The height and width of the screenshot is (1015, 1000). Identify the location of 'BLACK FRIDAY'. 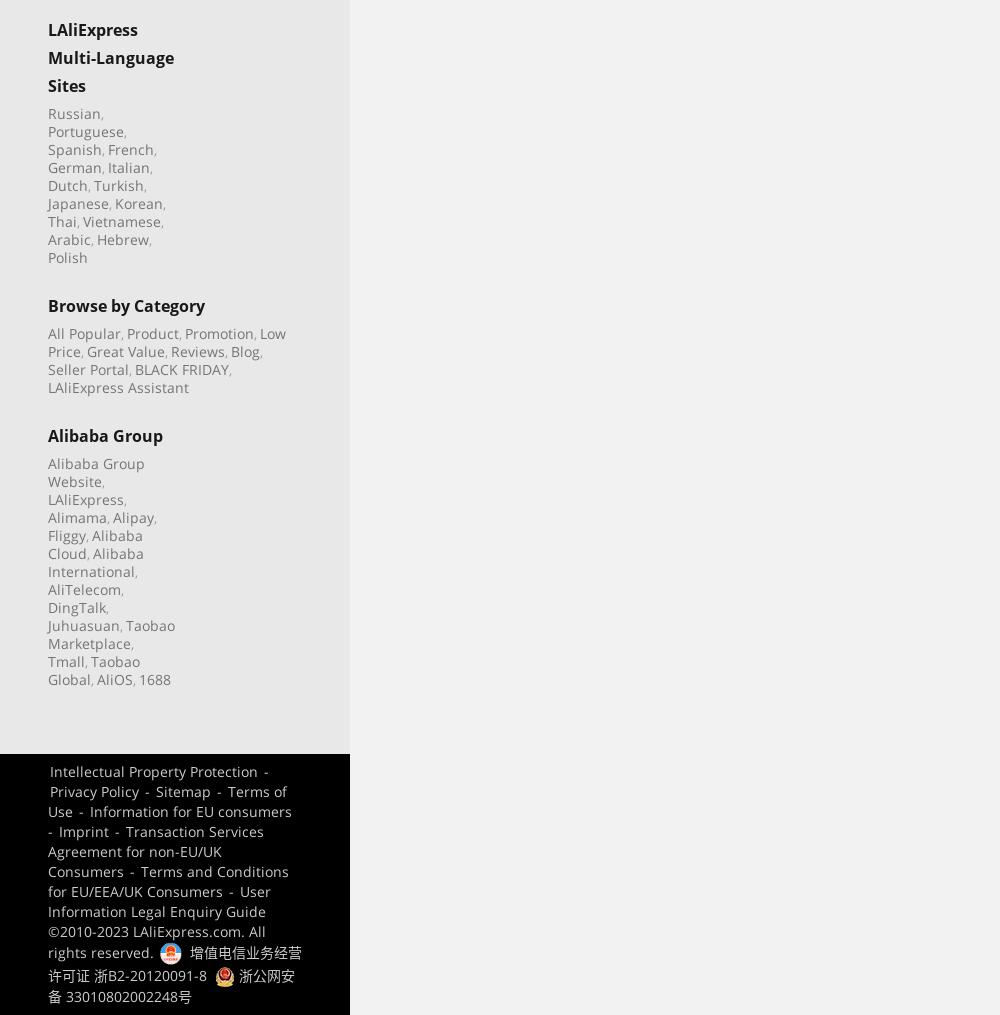
(182, 368).